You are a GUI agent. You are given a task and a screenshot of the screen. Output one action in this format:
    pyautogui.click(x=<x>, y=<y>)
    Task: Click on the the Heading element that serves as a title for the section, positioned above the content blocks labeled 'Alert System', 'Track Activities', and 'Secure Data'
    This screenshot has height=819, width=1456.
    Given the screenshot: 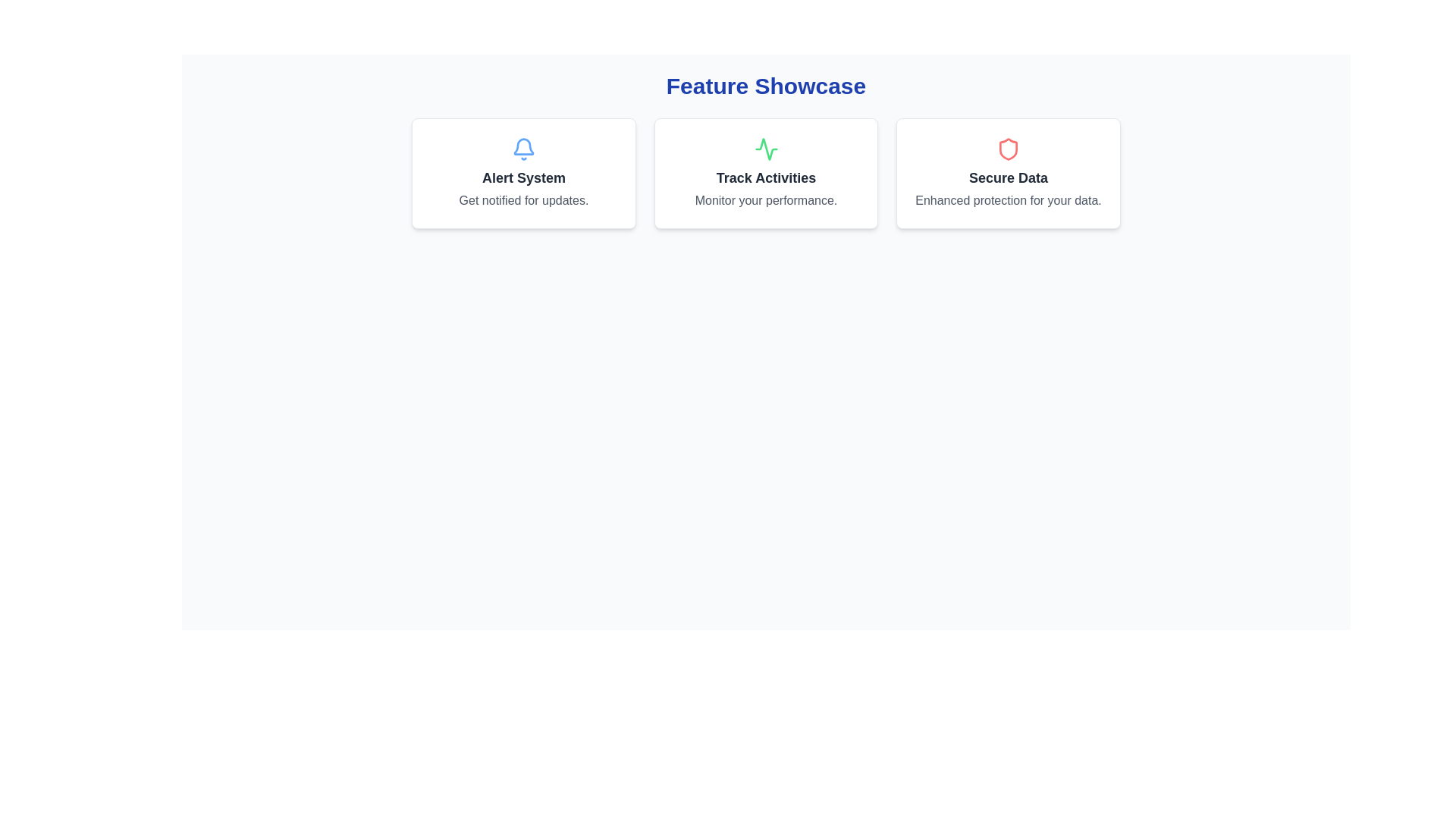 What is the action you would take?
    pyautogui.click(x=766, y=86)
    